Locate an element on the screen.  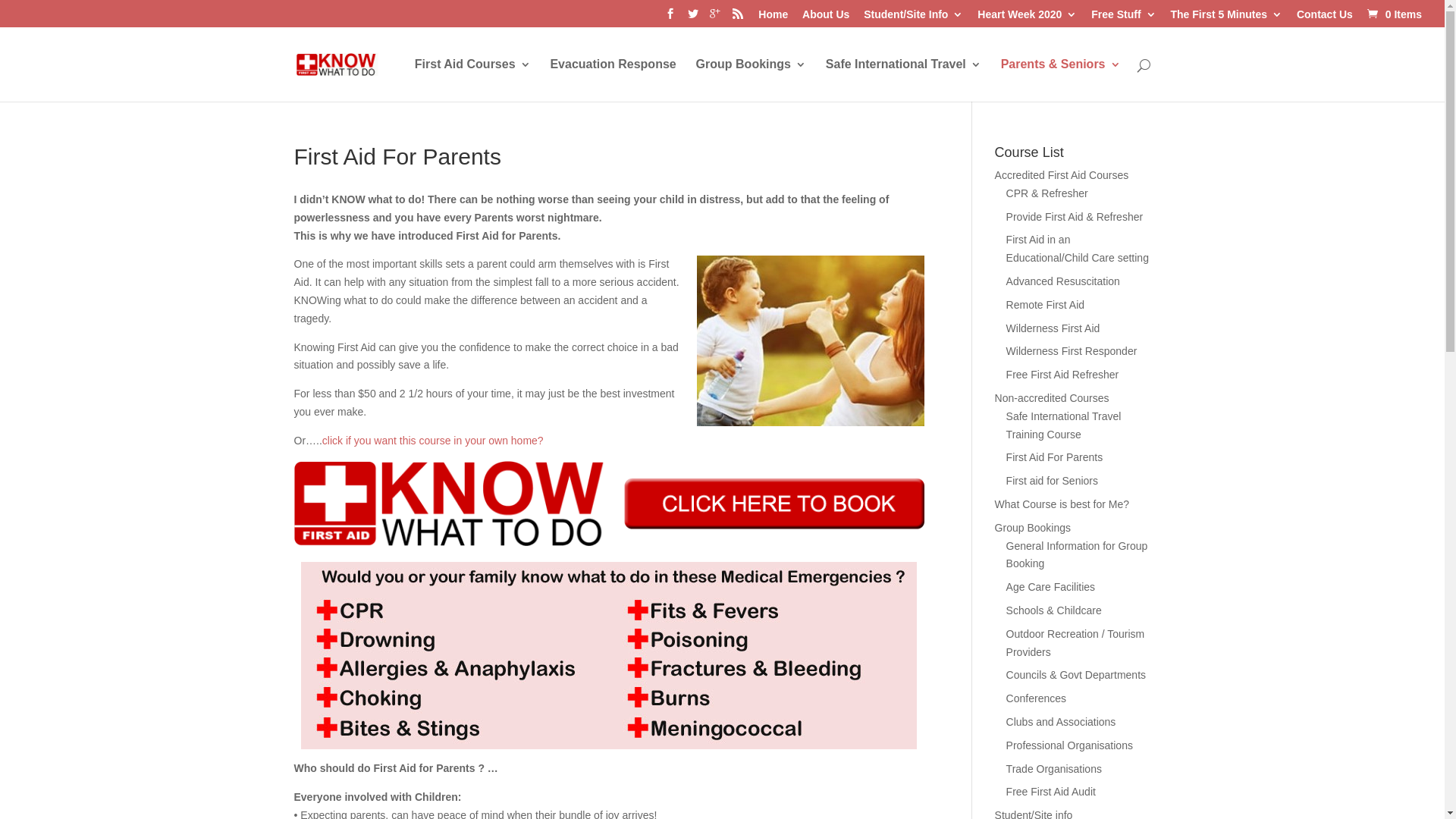
'Safe International Travel Training Course' is located at coordinates (1062, 425).